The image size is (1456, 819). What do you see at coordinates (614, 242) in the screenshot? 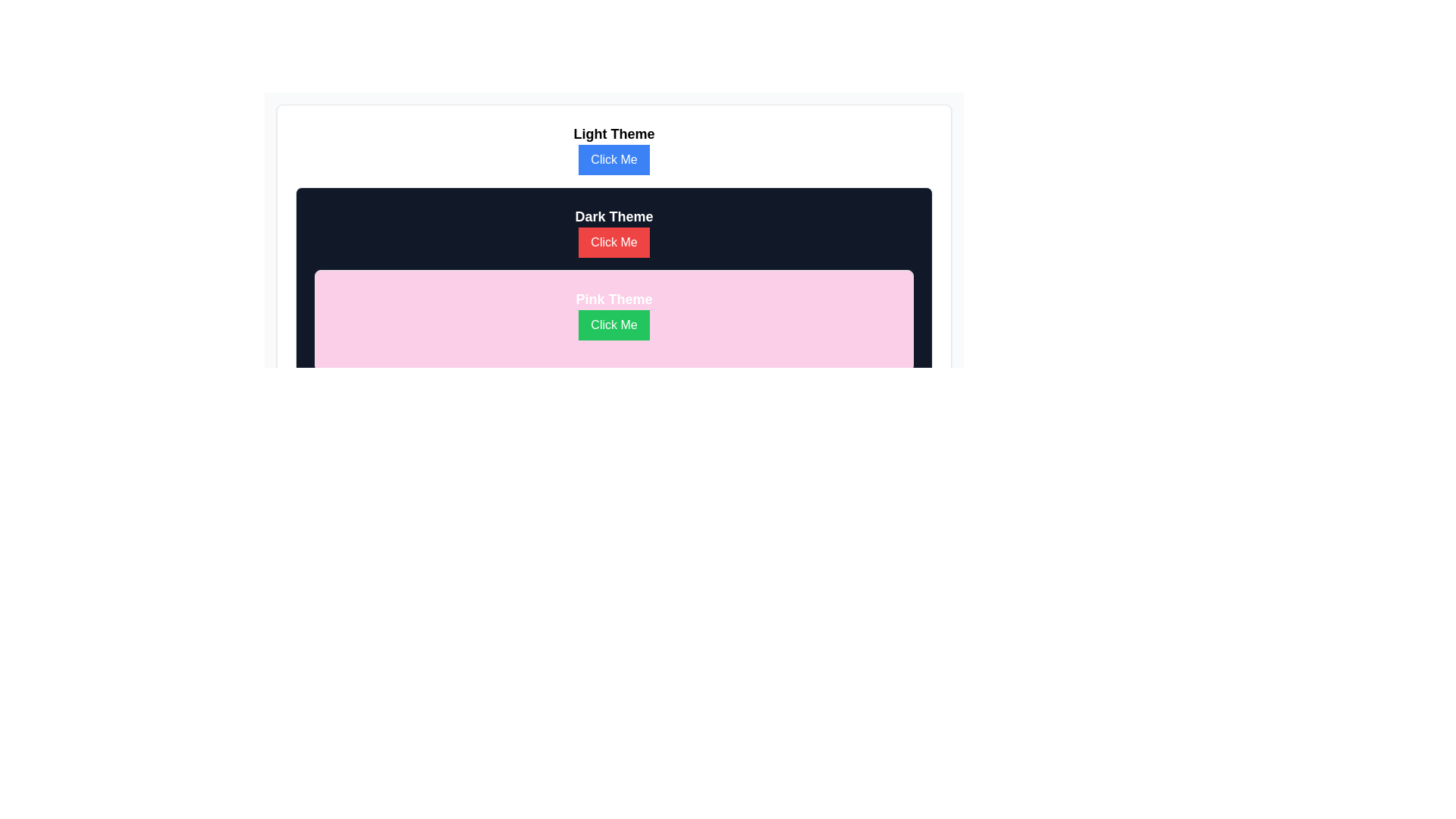
I see `the button located in the 'Dark Theme' section beneath the 'Dark Theme' text` at bounding box center [614, 242].